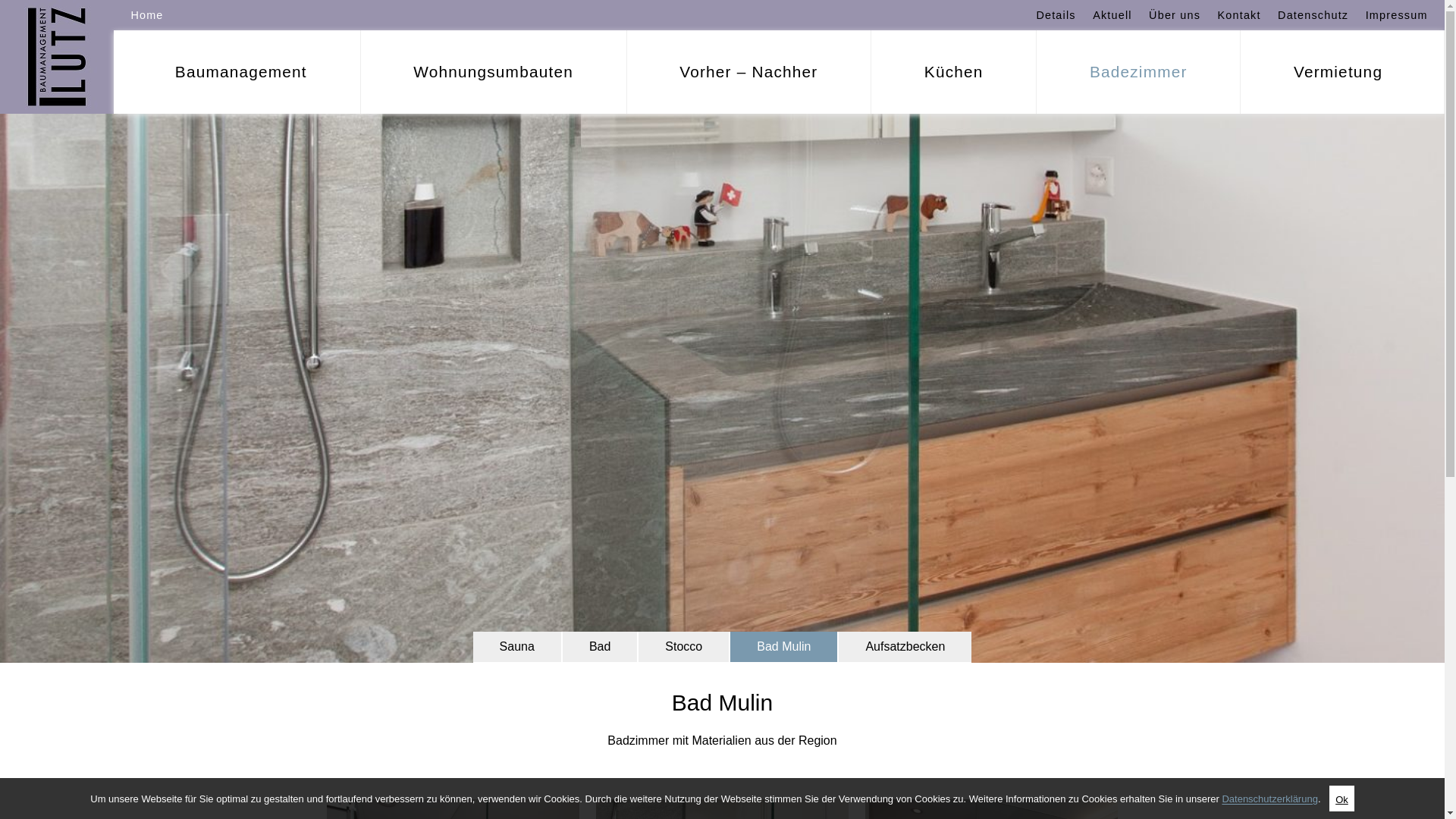 This screenshot has height=819, width=1456. Describe the element at coordinates (1400, 14) in the screenshot. I see `'Impressum'` at that location.